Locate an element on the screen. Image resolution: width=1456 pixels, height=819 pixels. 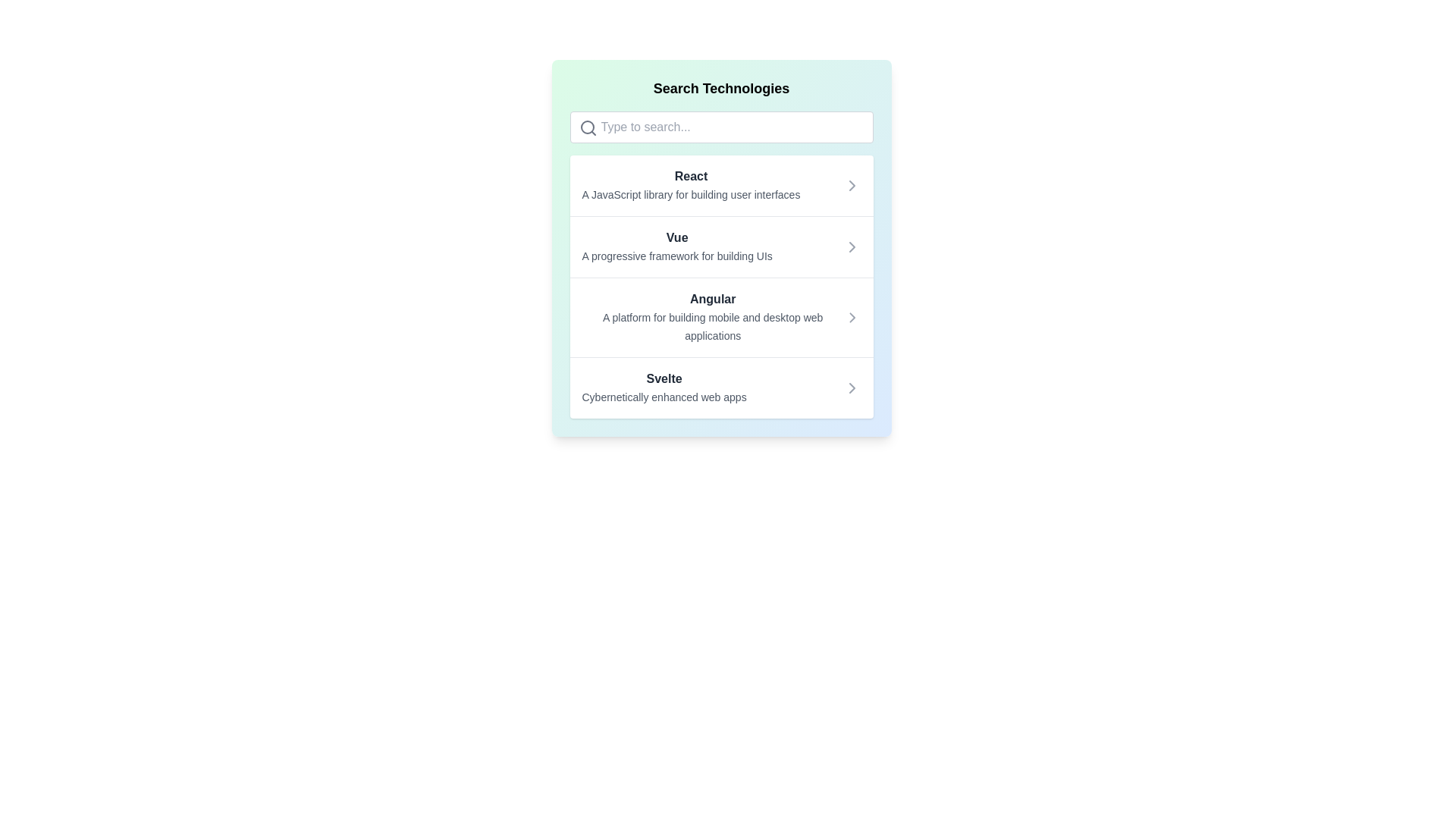
the chevron icon located at the far right of the 'Vue' item in the vertical list is located at coordinates (852, 246).